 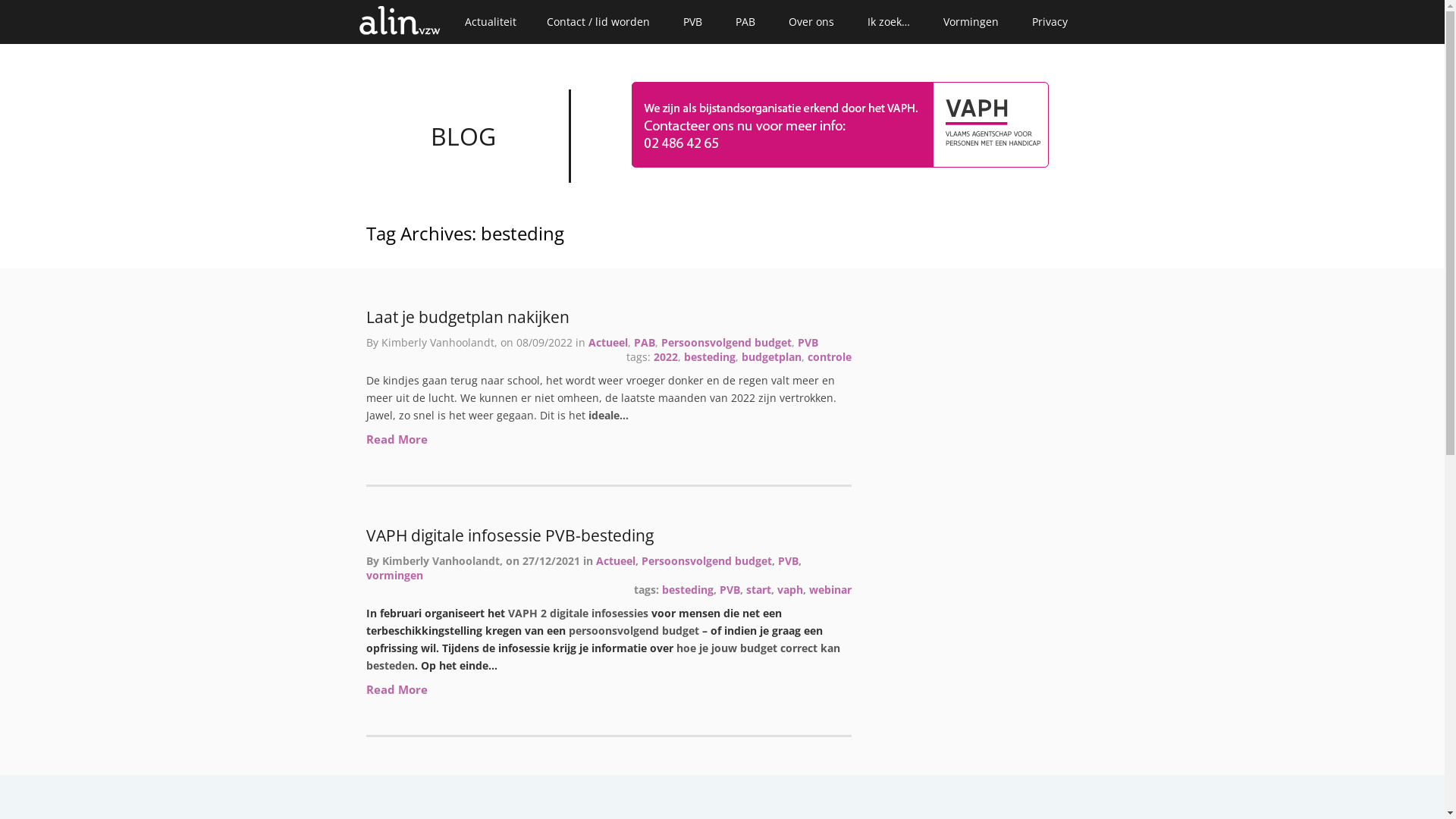 What do you see at coordinates (666, 356) in the screenshot?
I see `'2022'` at bounding box center [666, 356].